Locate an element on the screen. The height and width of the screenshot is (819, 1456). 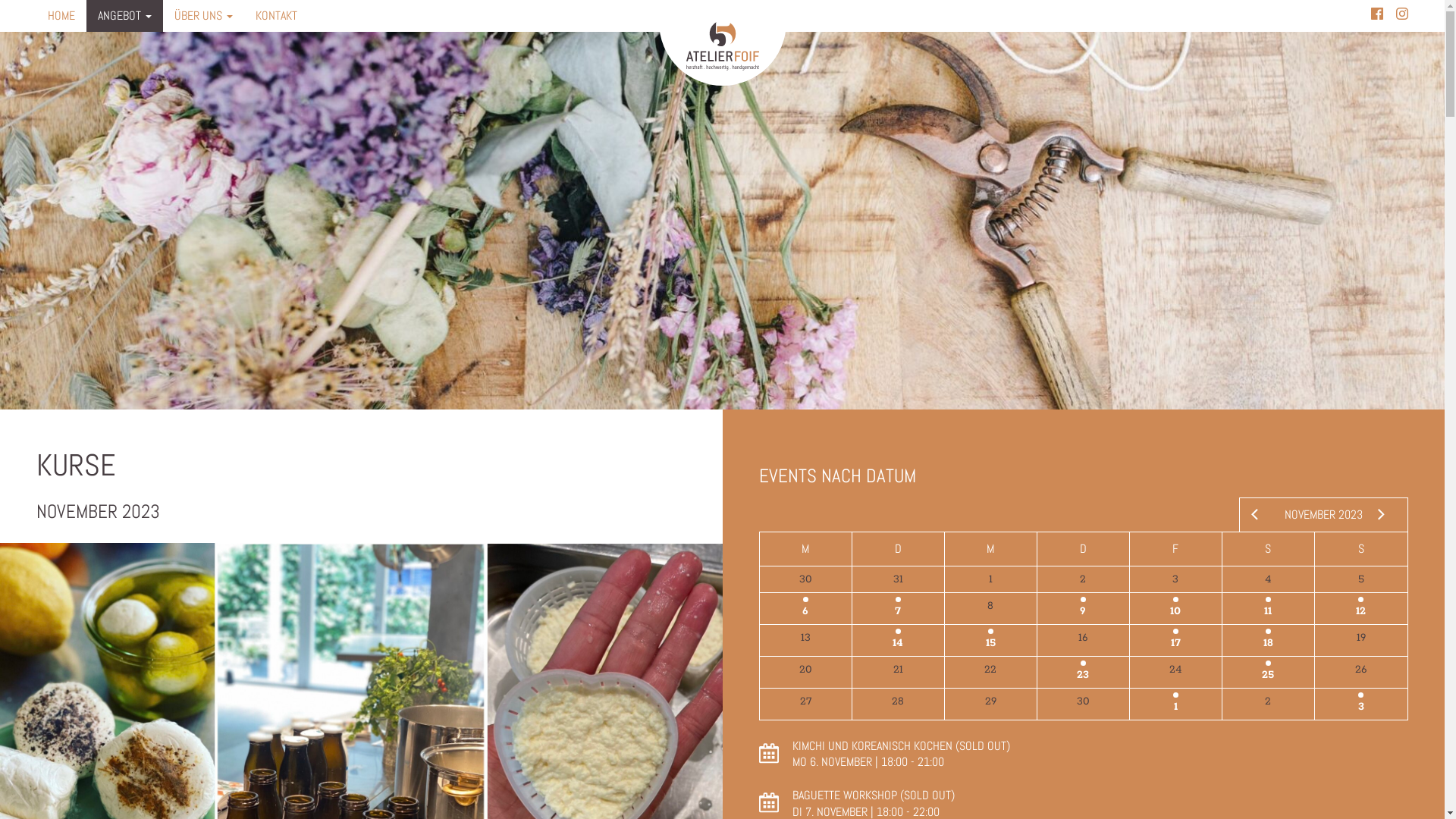
'0 VERANSTALTUNGEN, is located at coordinates (1175, 579).